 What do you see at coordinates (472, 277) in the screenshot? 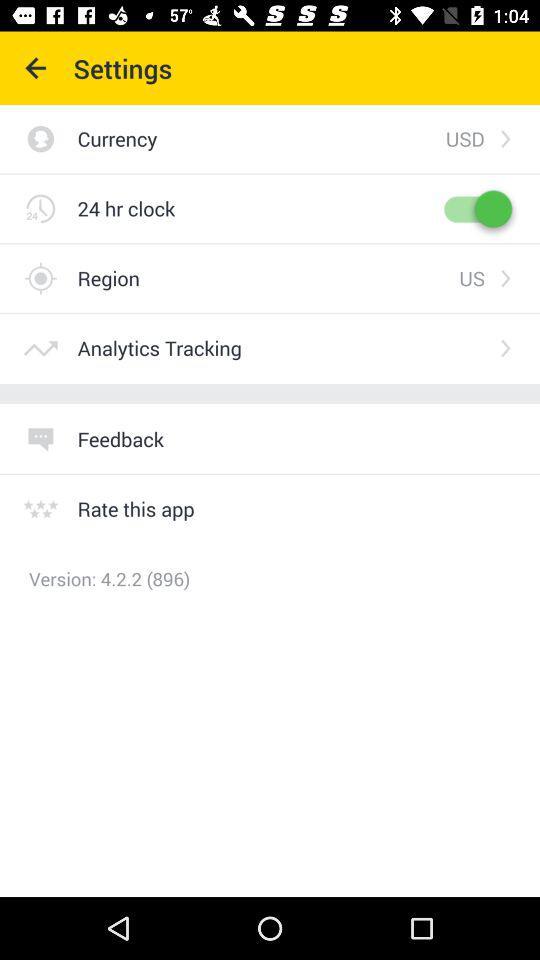
I see `the item next to the region icon` at bounding box center [472, 277].